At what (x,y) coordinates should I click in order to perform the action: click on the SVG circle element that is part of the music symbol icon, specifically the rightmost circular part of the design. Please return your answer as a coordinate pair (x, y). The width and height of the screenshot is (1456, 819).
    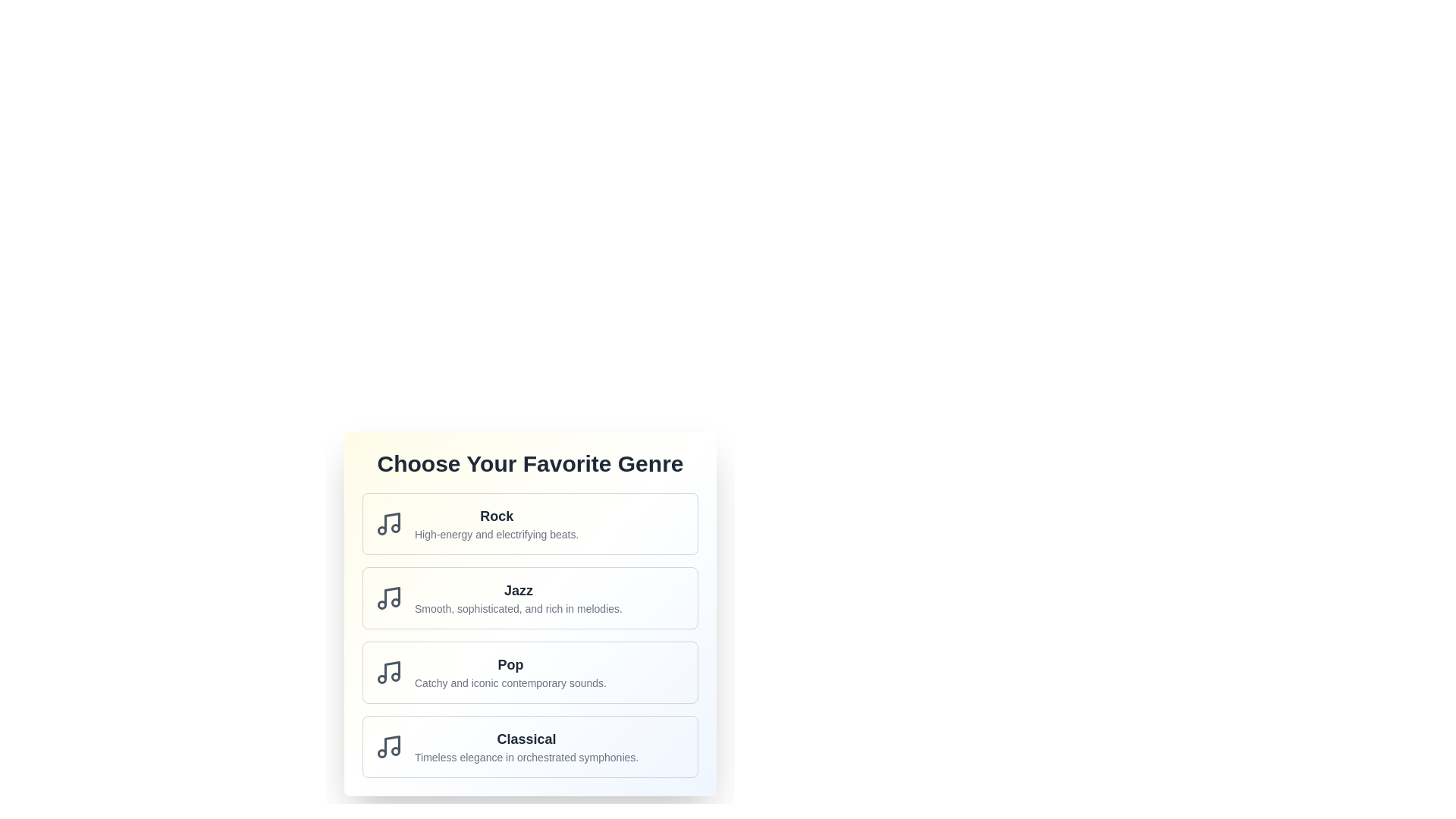
    Looking at the image, I should click on (396, 601).